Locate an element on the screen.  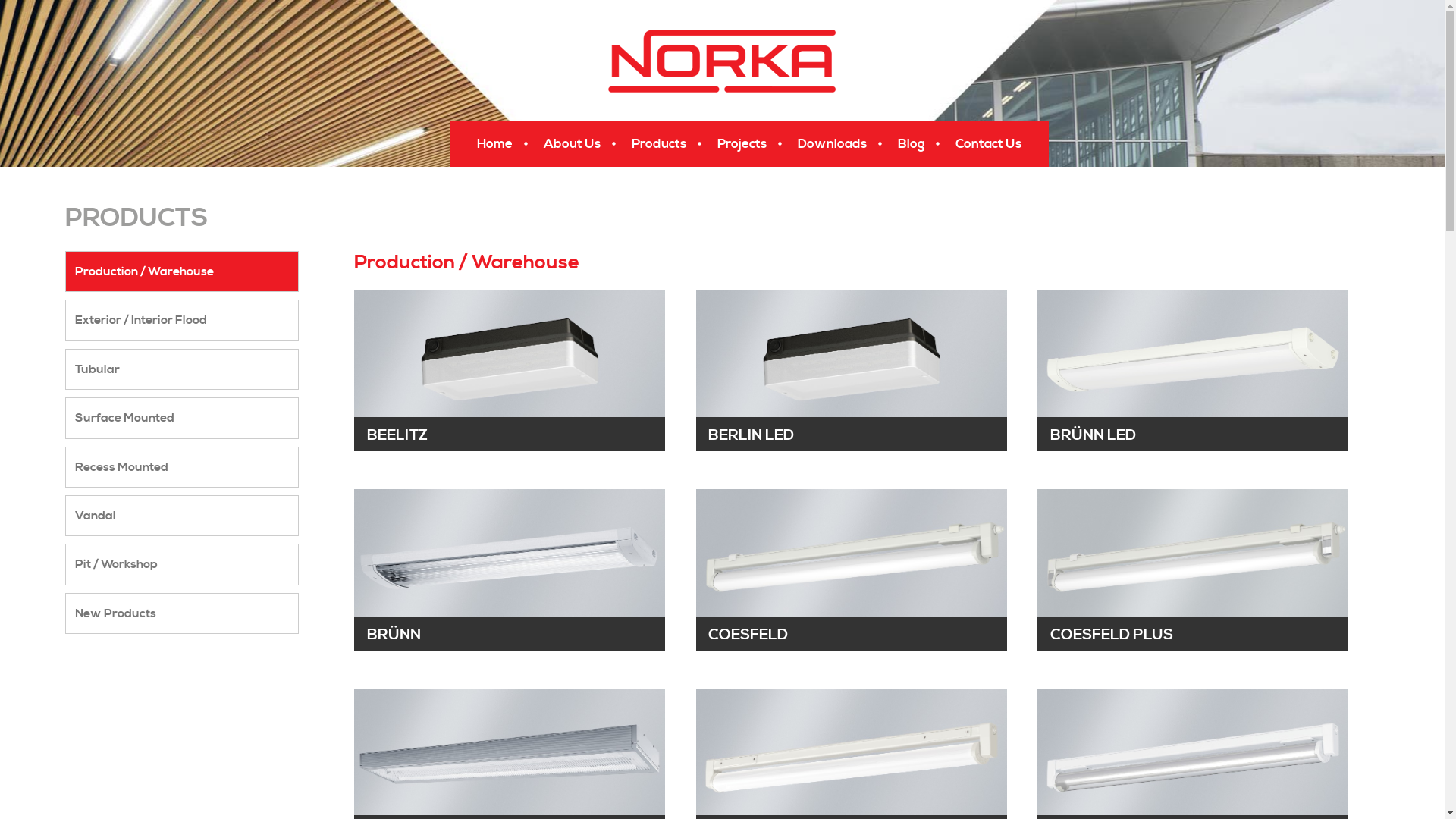
'Vandal' is located at coordinates (182, 514).